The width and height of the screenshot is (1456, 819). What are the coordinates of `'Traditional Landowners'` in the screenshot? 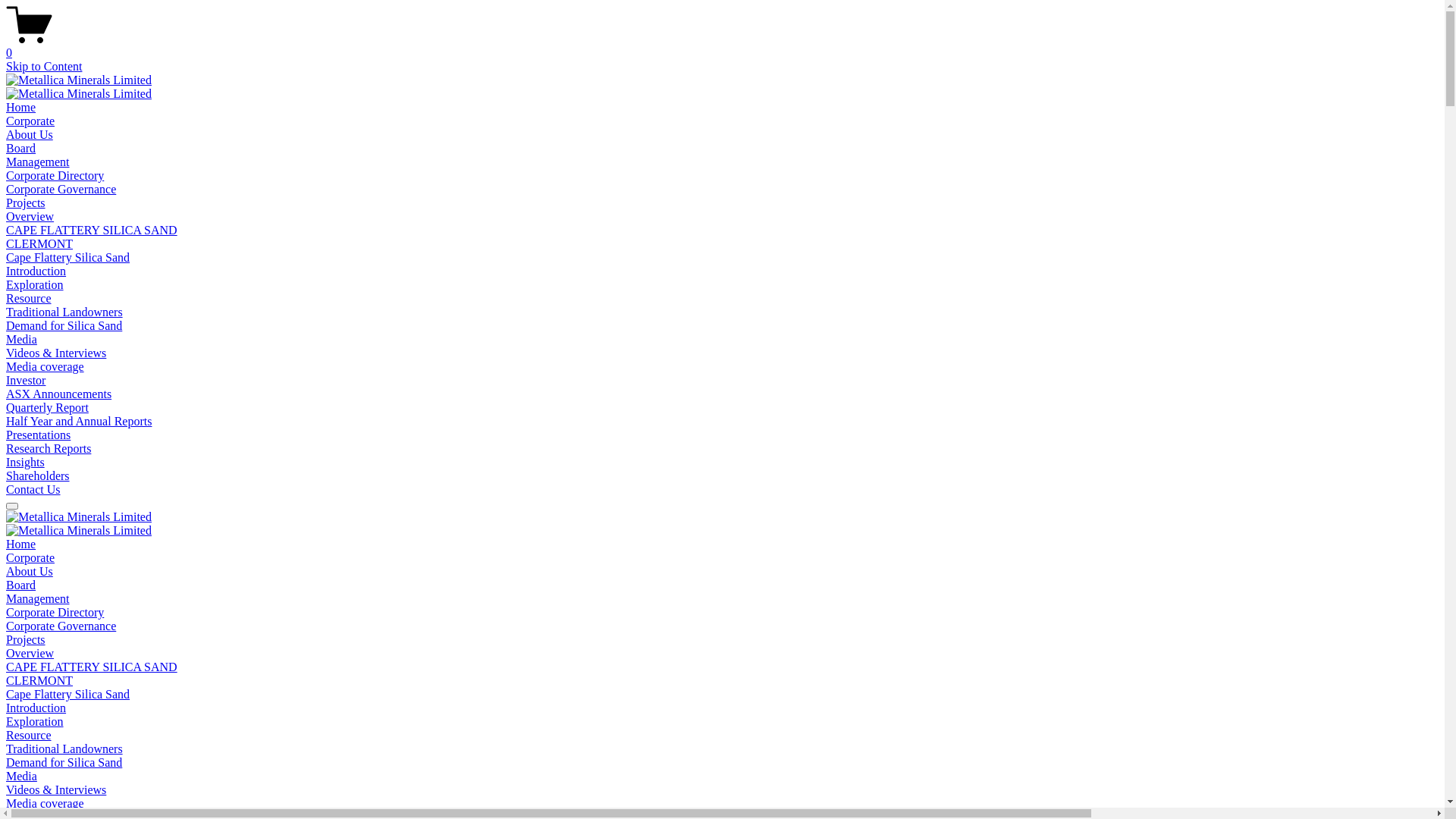 It's located at (64, 311).